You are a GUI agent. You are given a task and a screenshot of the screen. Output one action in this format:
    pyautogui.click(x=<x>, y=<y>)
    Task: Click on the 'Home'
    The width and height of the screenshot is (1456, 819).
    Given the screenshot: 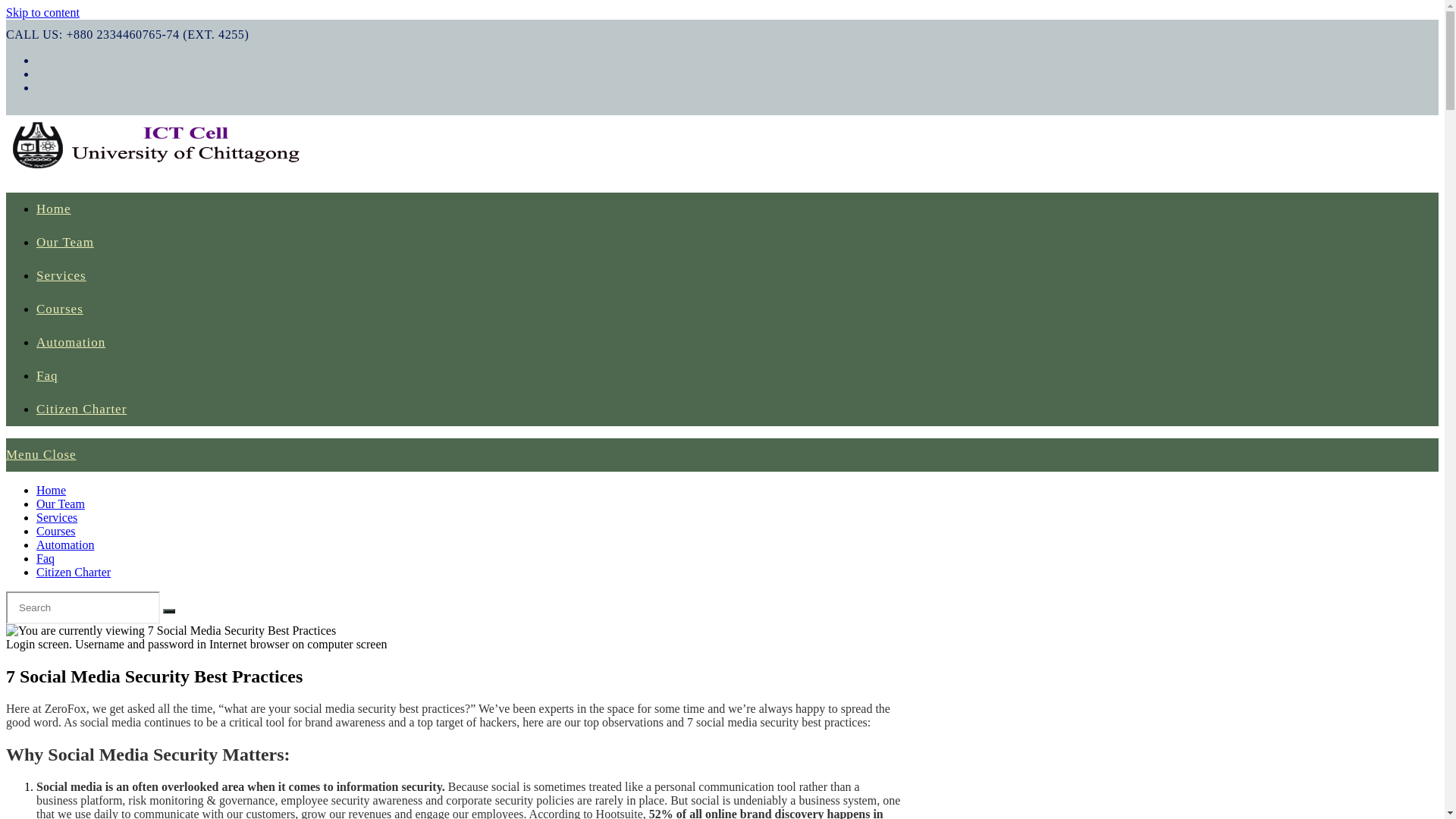 What is the action you would take?
    pyautogui.click(x=51, y=490)
    